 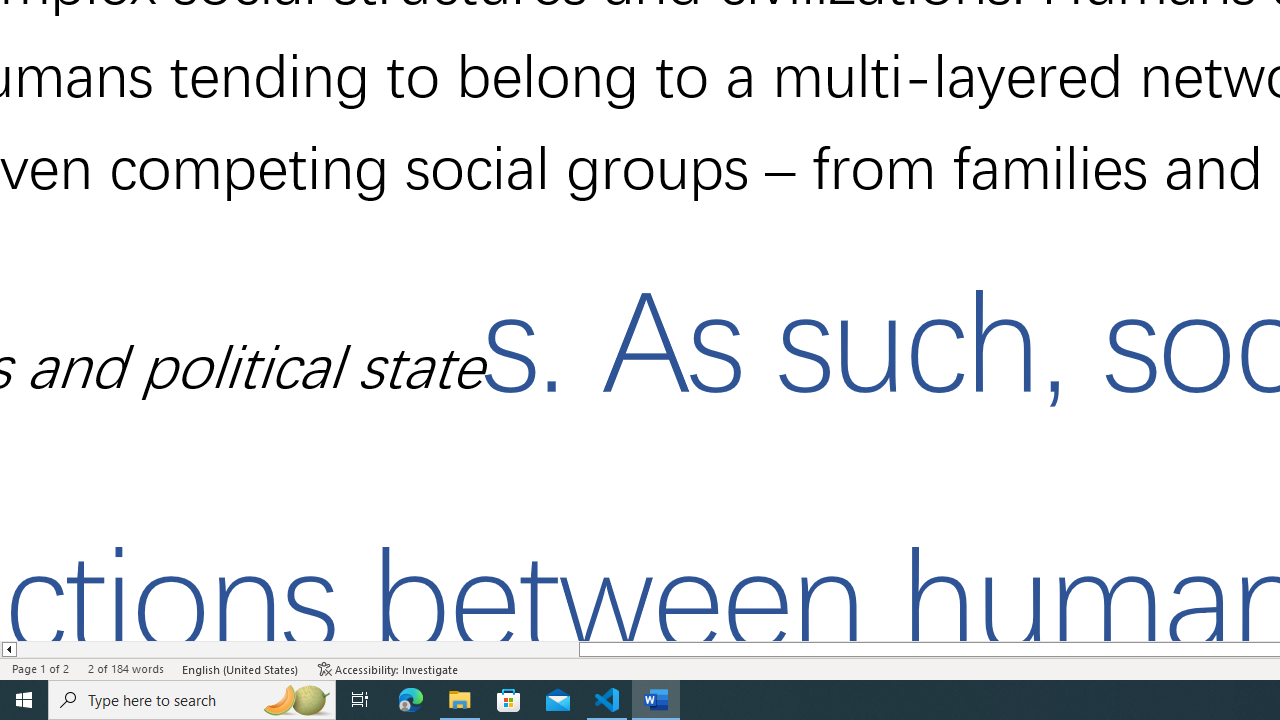 What do you see at coordinates (8, 649) in the screenshot?
I see `'Column left'` at bounding box center [8, 649].